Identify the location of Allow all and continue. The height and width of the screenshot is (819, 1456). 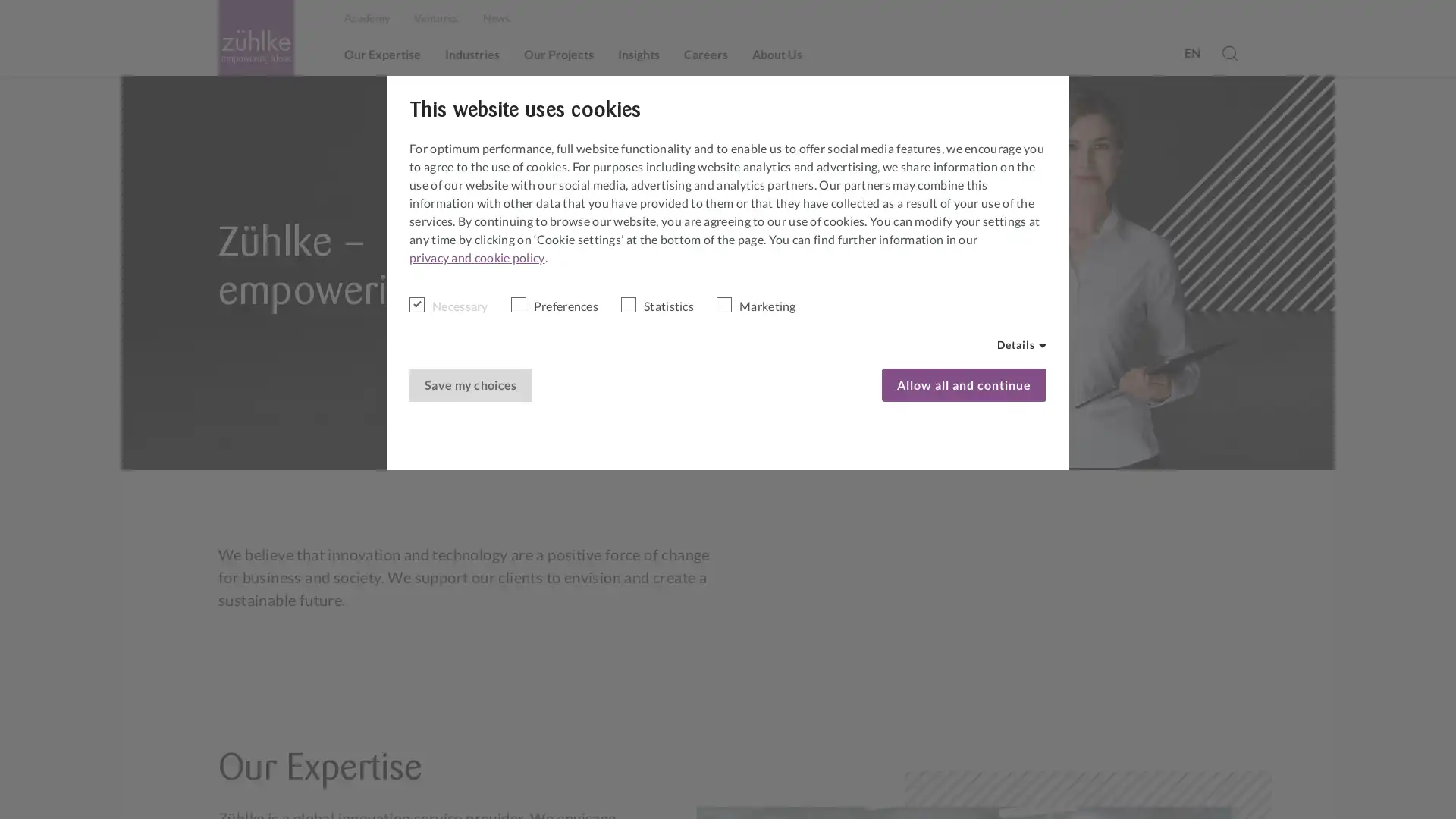
(963, 384).